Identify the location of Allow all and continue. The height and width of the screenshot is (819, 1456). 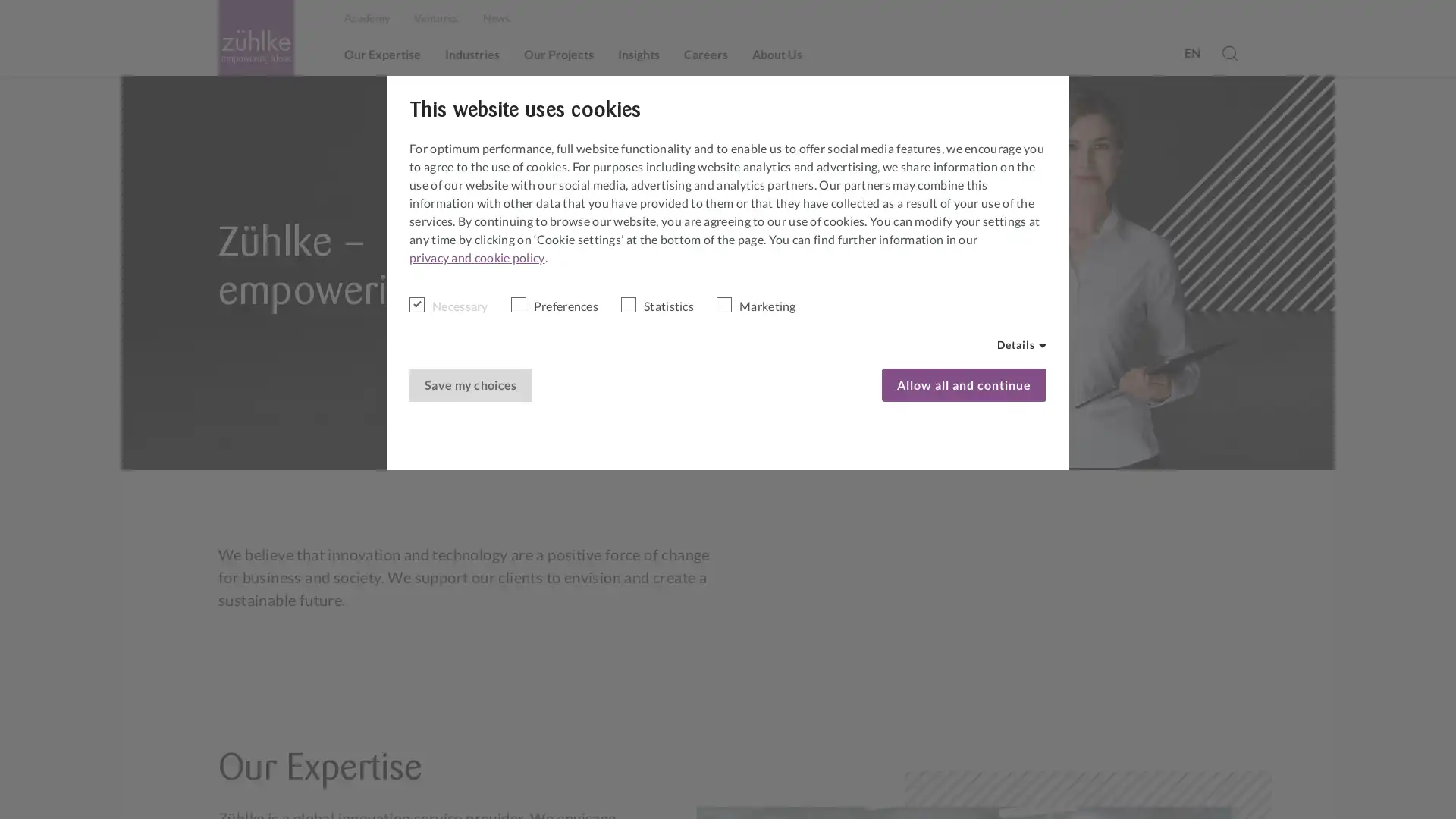
(963, 384).